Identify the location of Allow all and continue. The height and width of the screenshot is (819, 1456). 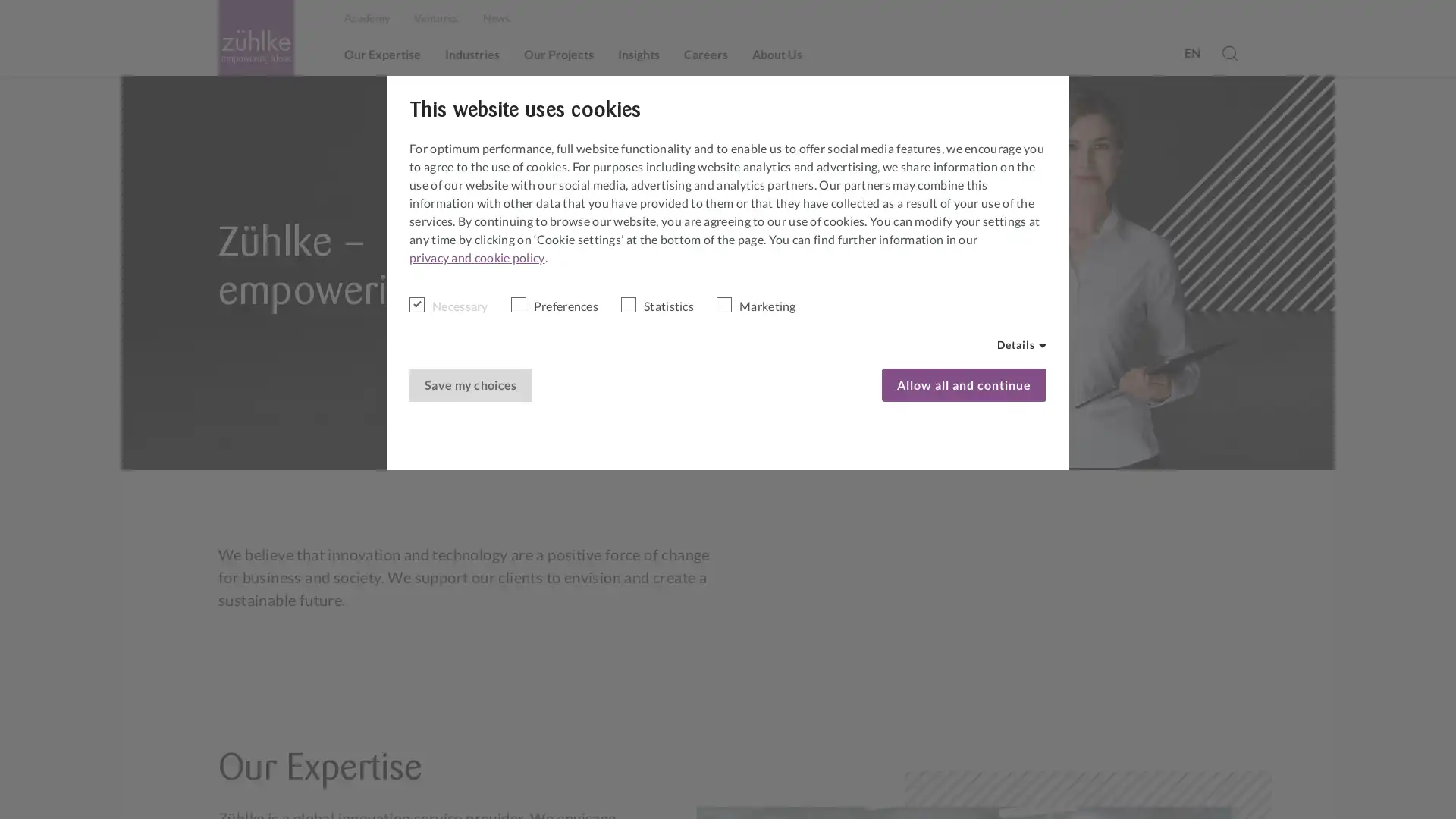
(963, 384).